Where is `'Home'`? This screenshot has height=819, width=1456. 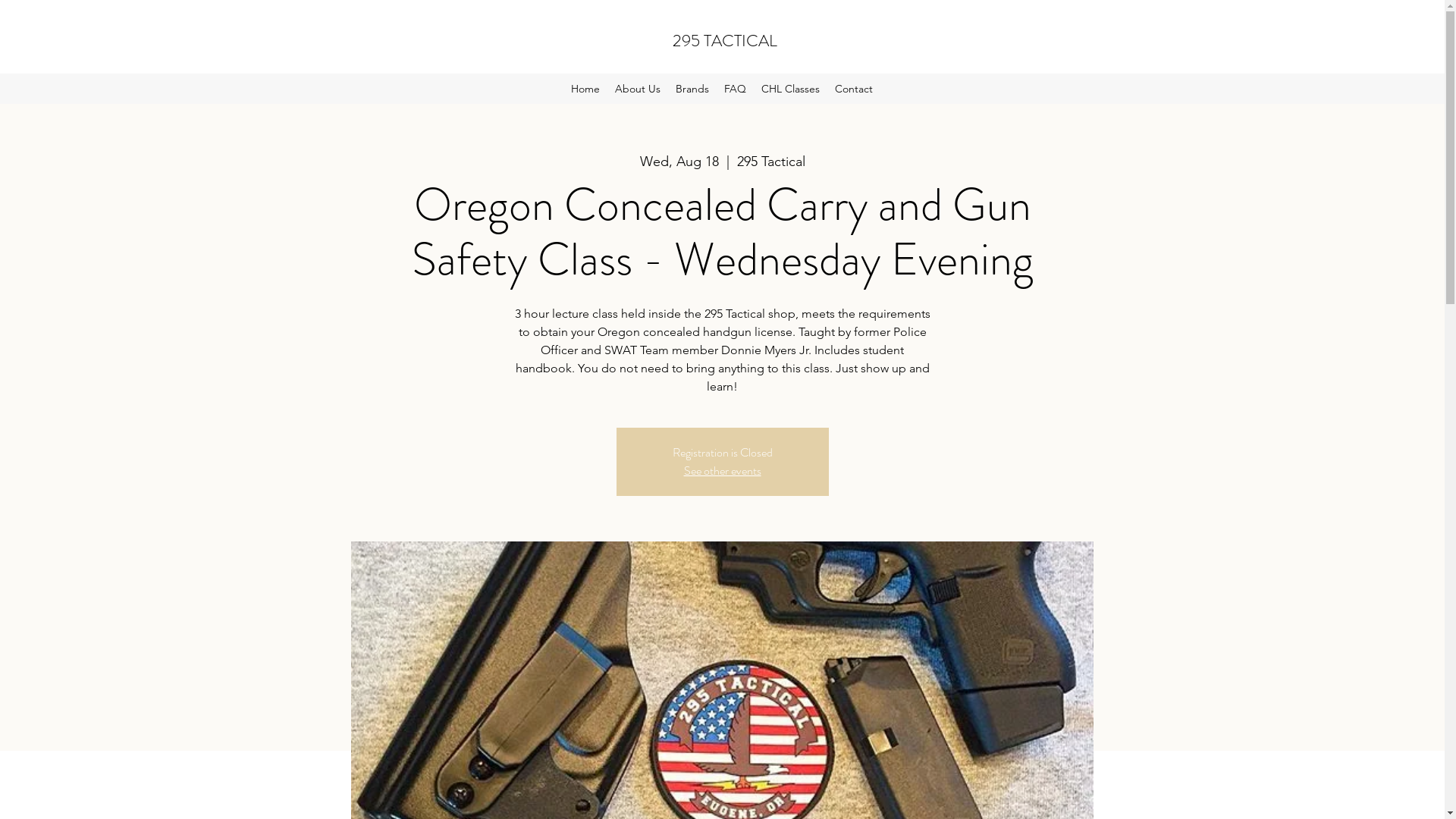
'Home' is located at coordinates (585, 88).